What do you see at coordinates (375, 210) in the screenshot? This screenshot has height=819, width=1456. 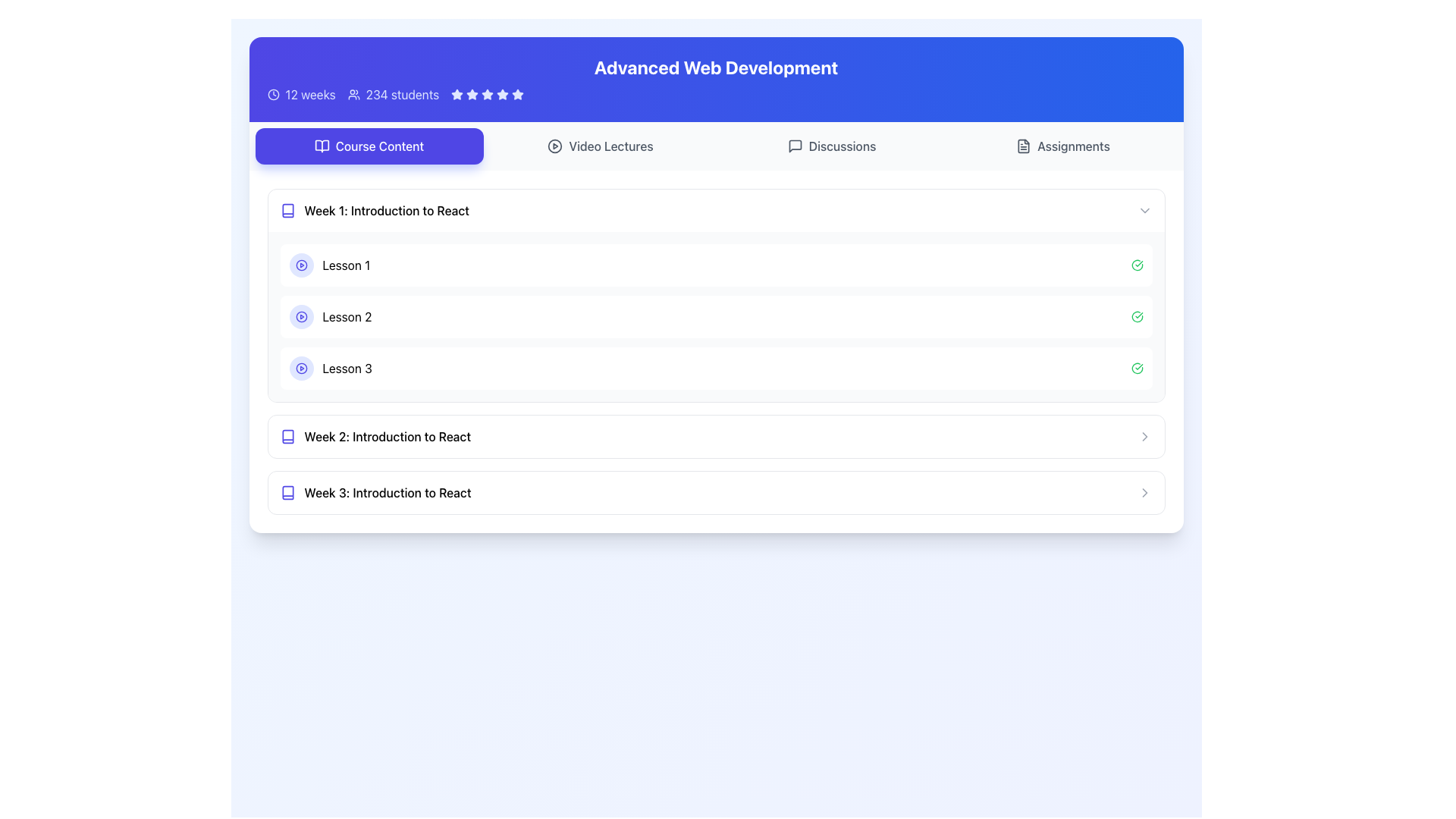 I see `the clickable text label 'Week 1: Introduction to React' with the book icon` at bounding box center [375, 210].